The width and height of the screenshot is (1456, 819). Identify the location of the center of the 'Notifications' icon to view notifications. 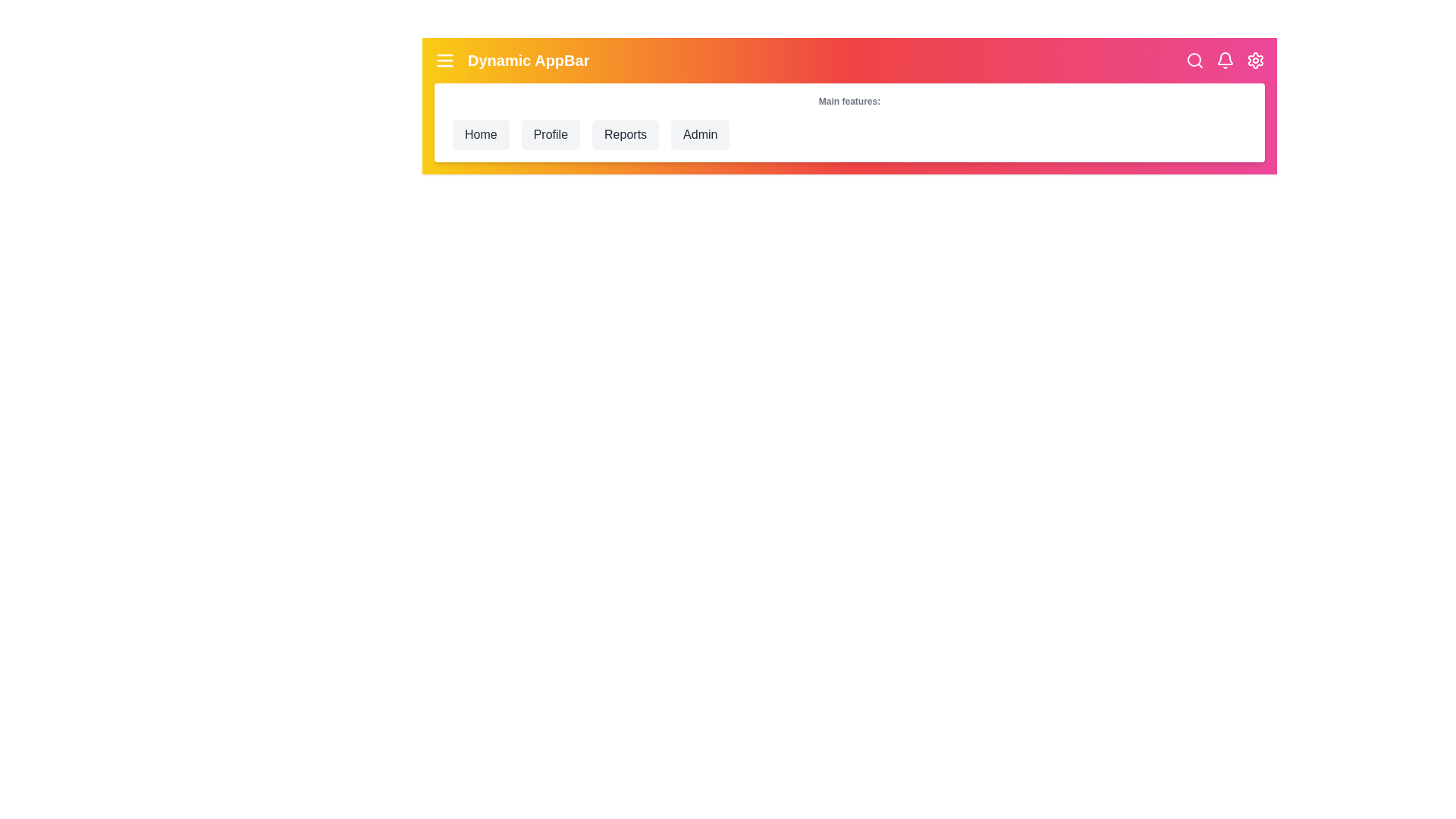
(1225, 60).